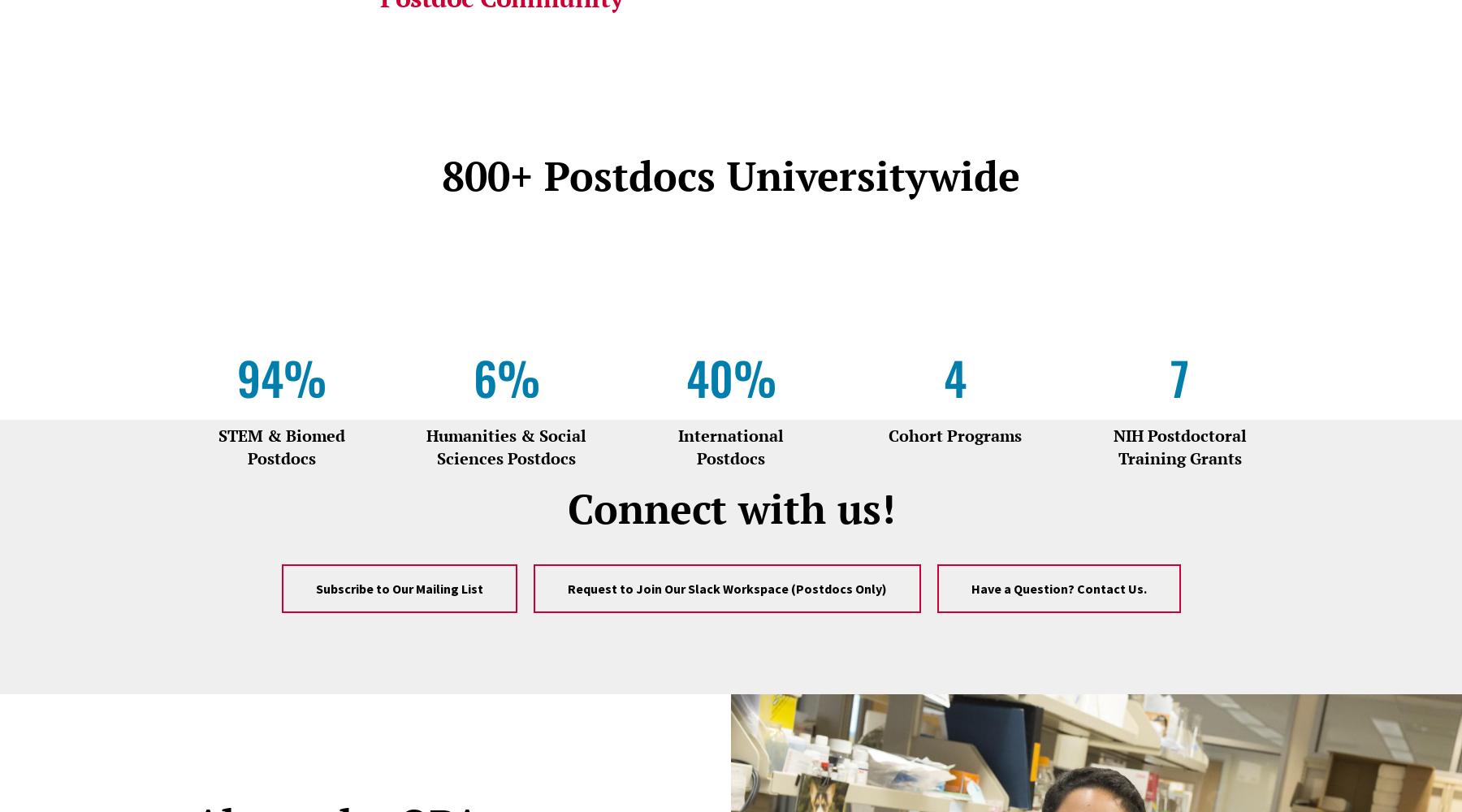 The height and width of the screenshot is (812, 1462). What do you see at coordinates (566, 587) in the screenshot?
I see `'Request to Join Our Slack Workspace (Postdocs Only)'` at bounding box center [566, 587].